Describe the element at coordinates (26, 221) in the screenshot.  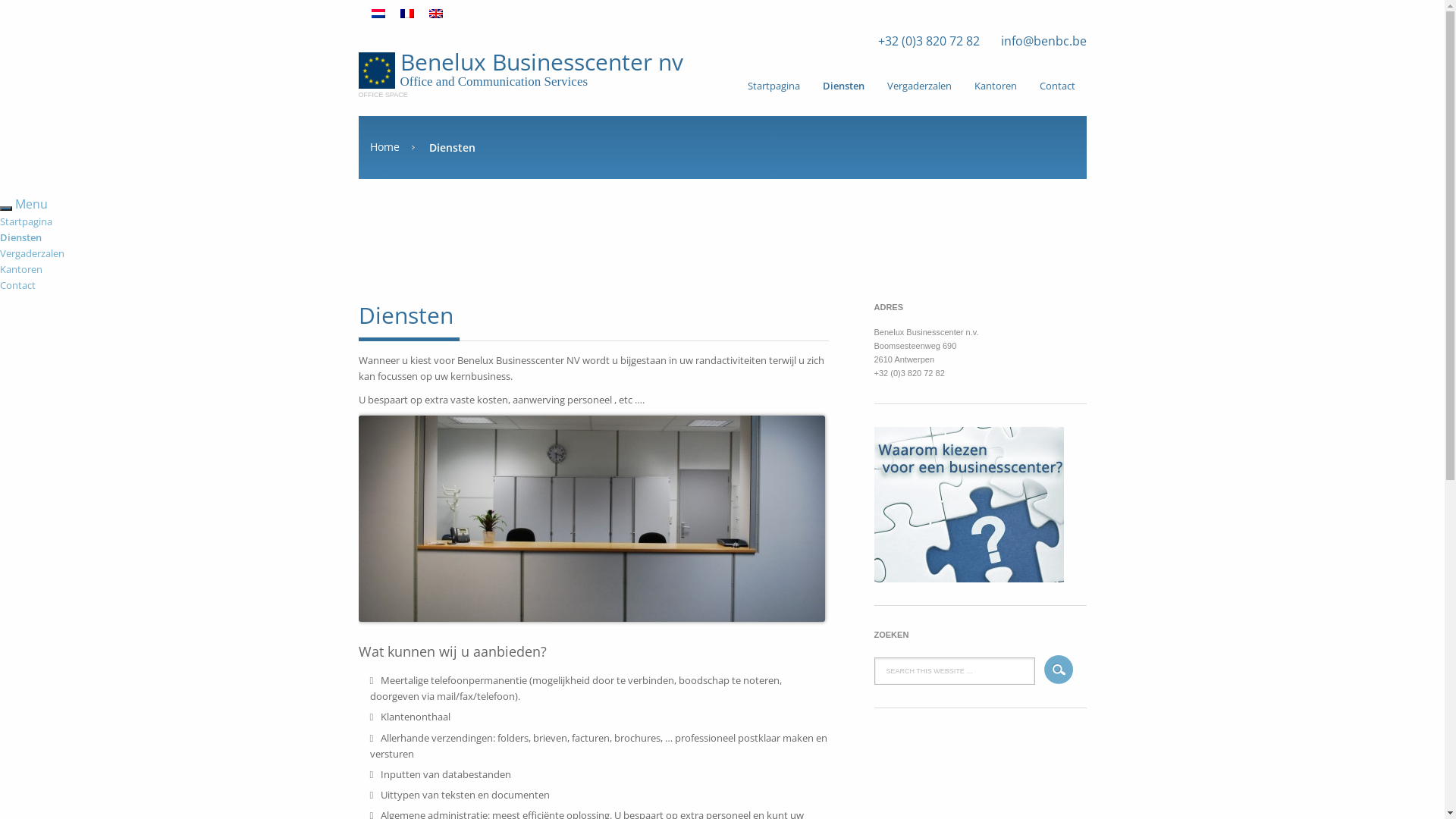
I see `'Startpagina'` at that location.